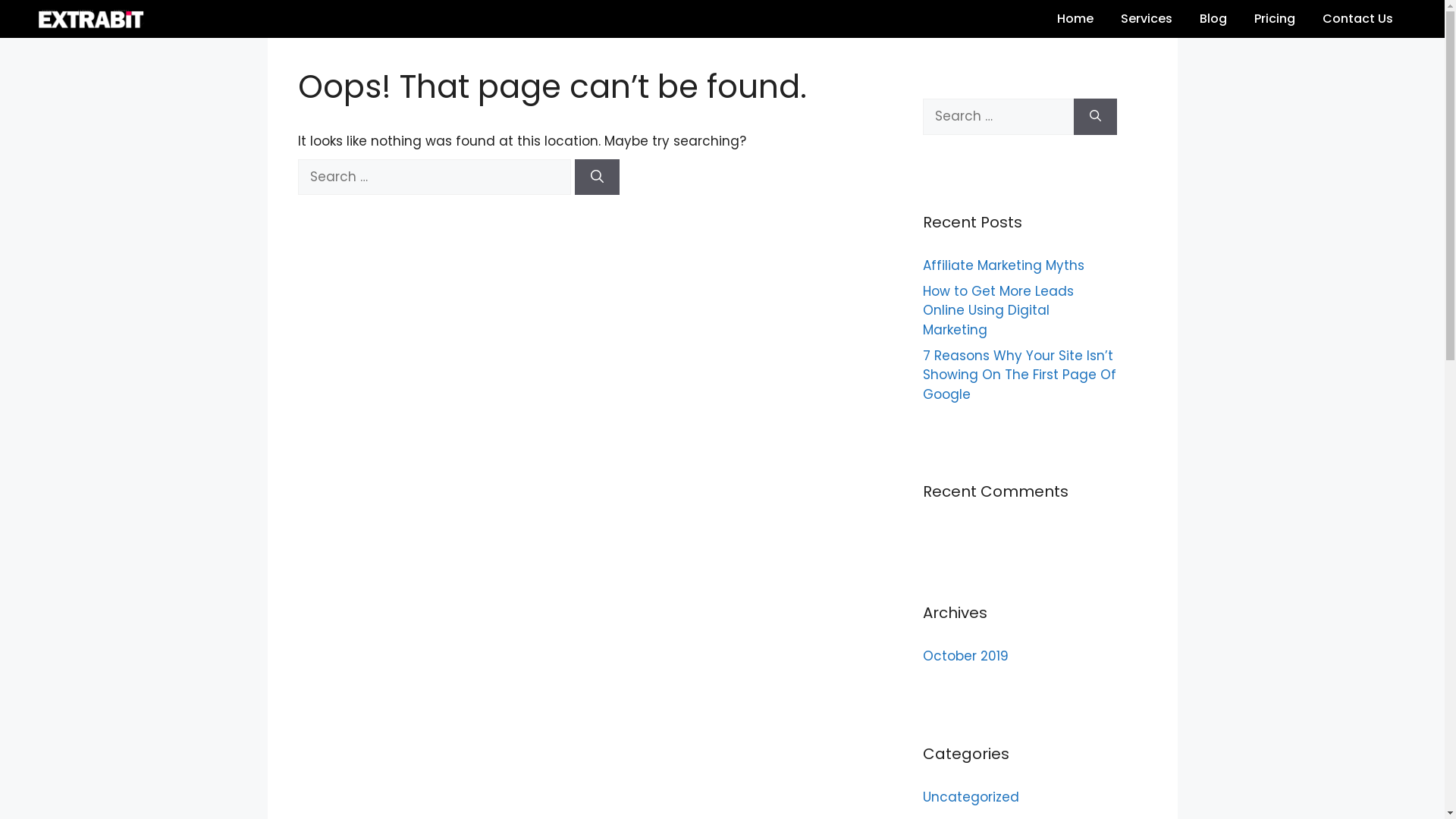 Image resolution: width=1456 pixels, height=819 pixels. Describe the element at coordinates (432, 177) in the screenshot. I see `'Search for:'` at that location.